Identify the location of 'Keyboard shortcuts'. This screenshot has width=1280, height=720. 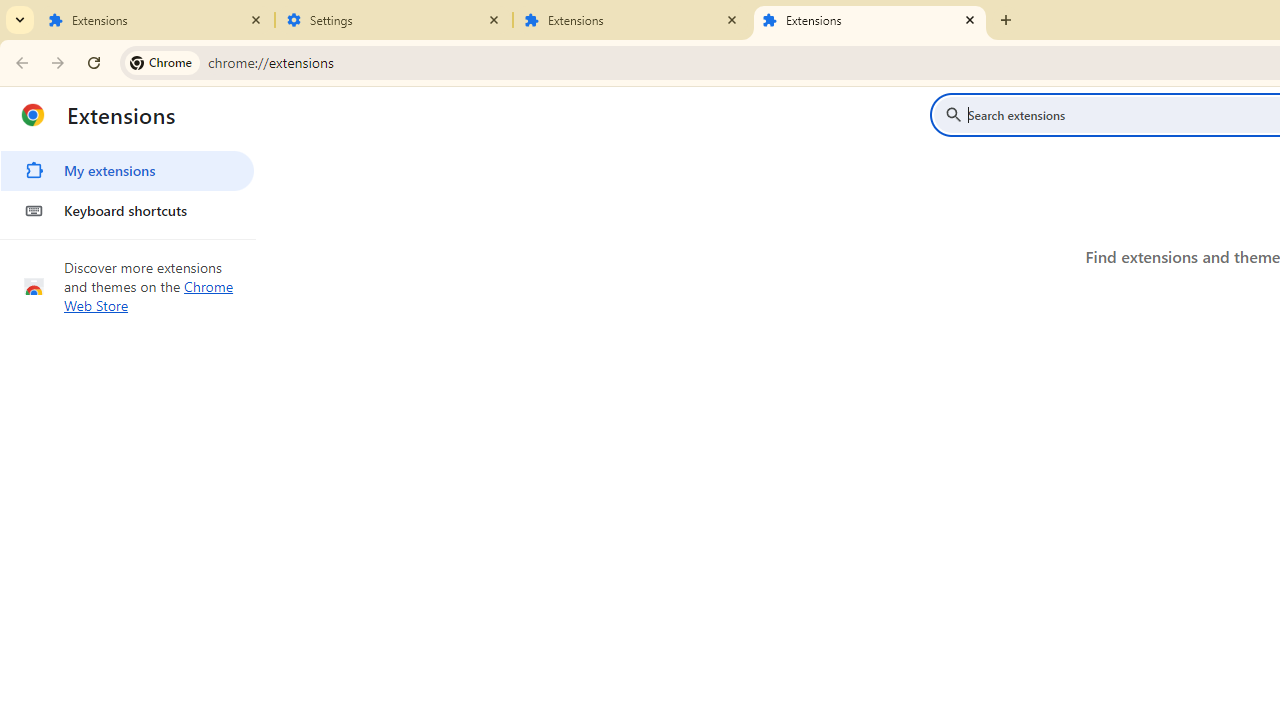
(126, 210).